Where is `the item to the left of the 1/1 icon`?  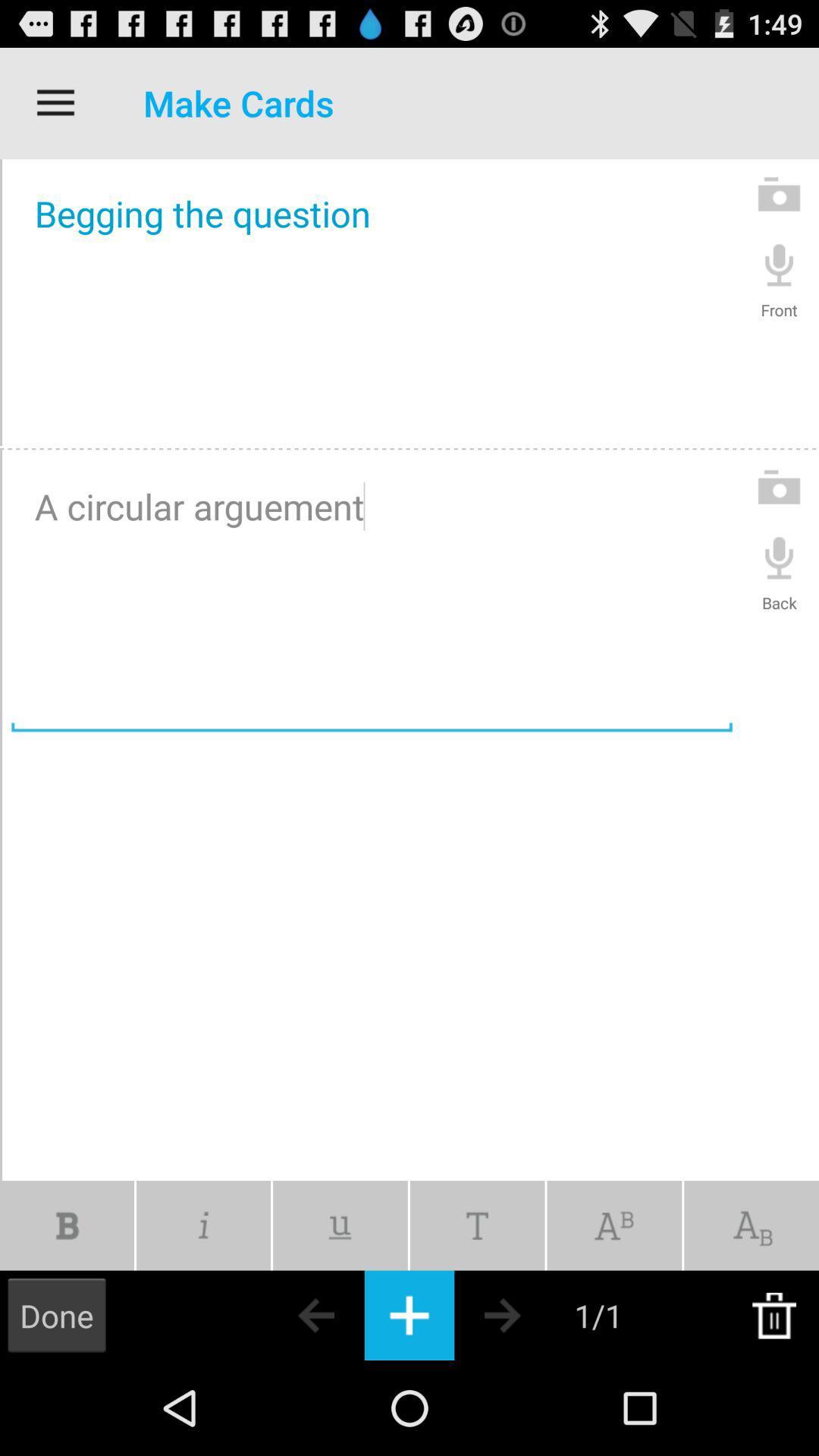 the item to the left of the 1/1 icon is located at coordinates (529, 1314).